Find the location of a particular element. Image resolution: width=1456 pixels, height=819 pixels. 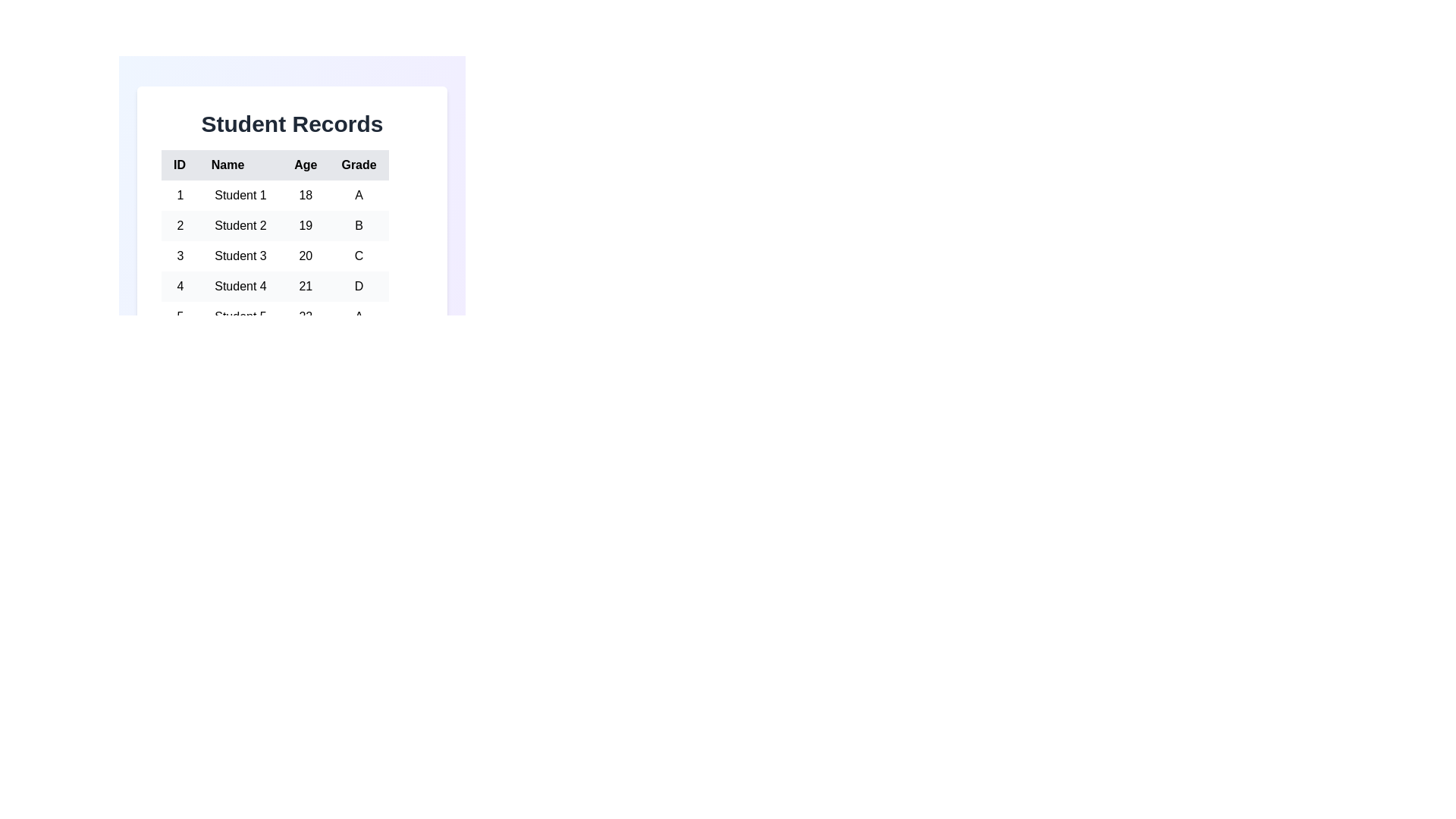

the row corresponding to 5 is located at coordinates (275, 315).